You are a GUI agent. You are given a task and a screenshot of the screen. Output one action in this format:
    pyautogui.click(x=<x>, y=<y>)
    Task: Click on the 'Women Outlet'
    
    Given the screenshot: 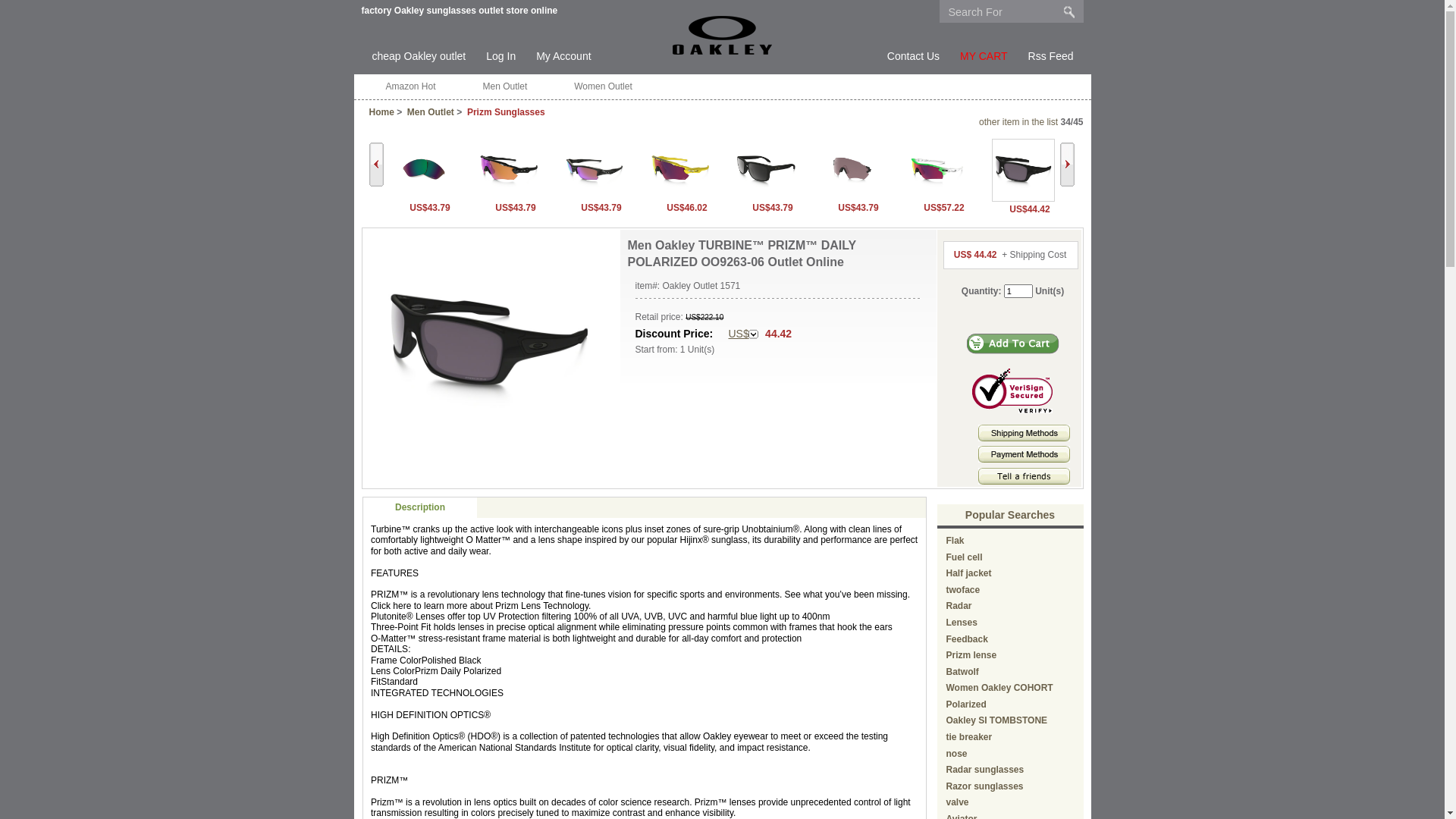 What is the action you would take?
    pyautogui.click(x=602, y=86)
    